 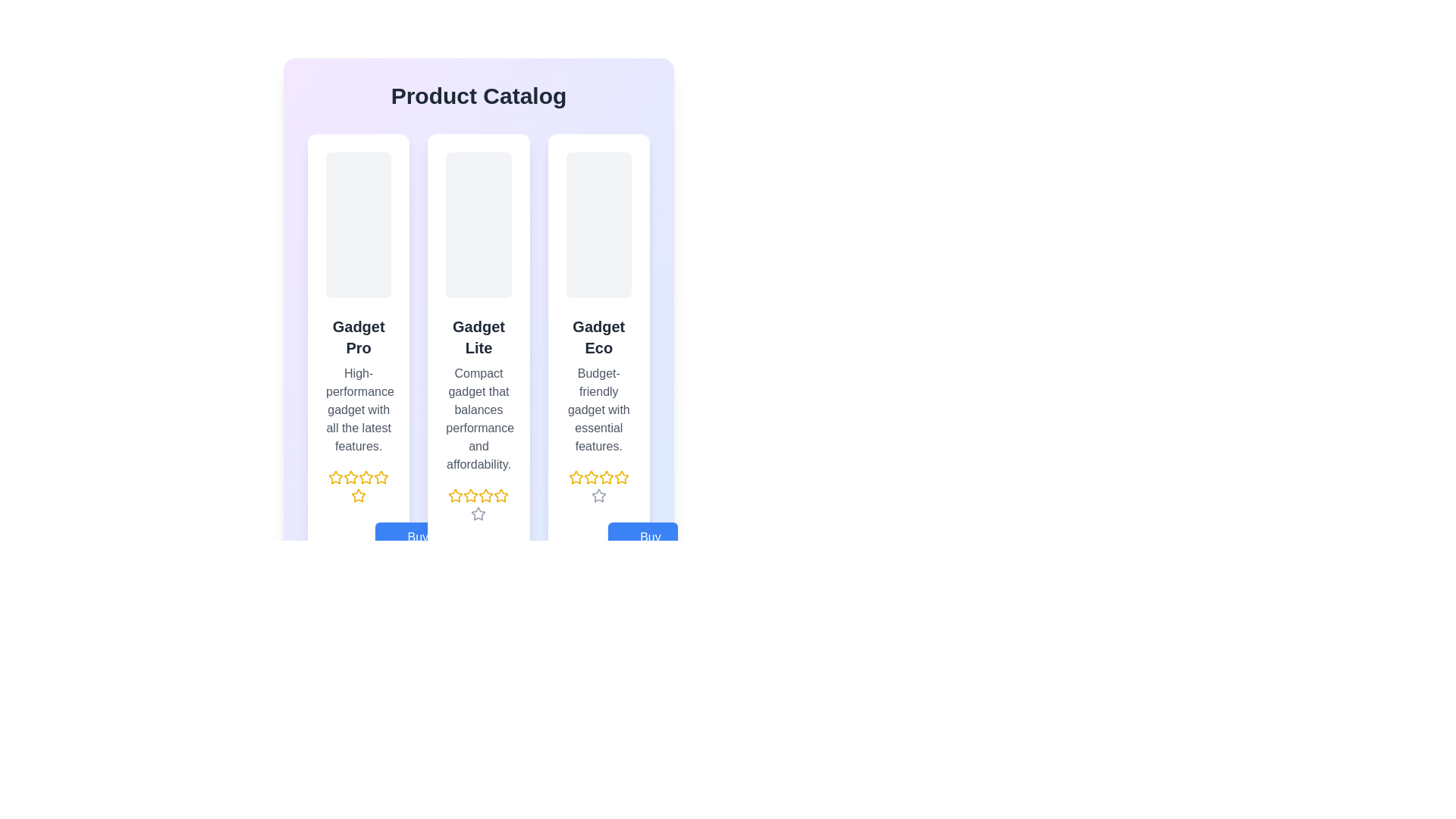 I want to click on the fourth star icon in the rating widget for 'Gadget Lite', so click(x=501, y=495).